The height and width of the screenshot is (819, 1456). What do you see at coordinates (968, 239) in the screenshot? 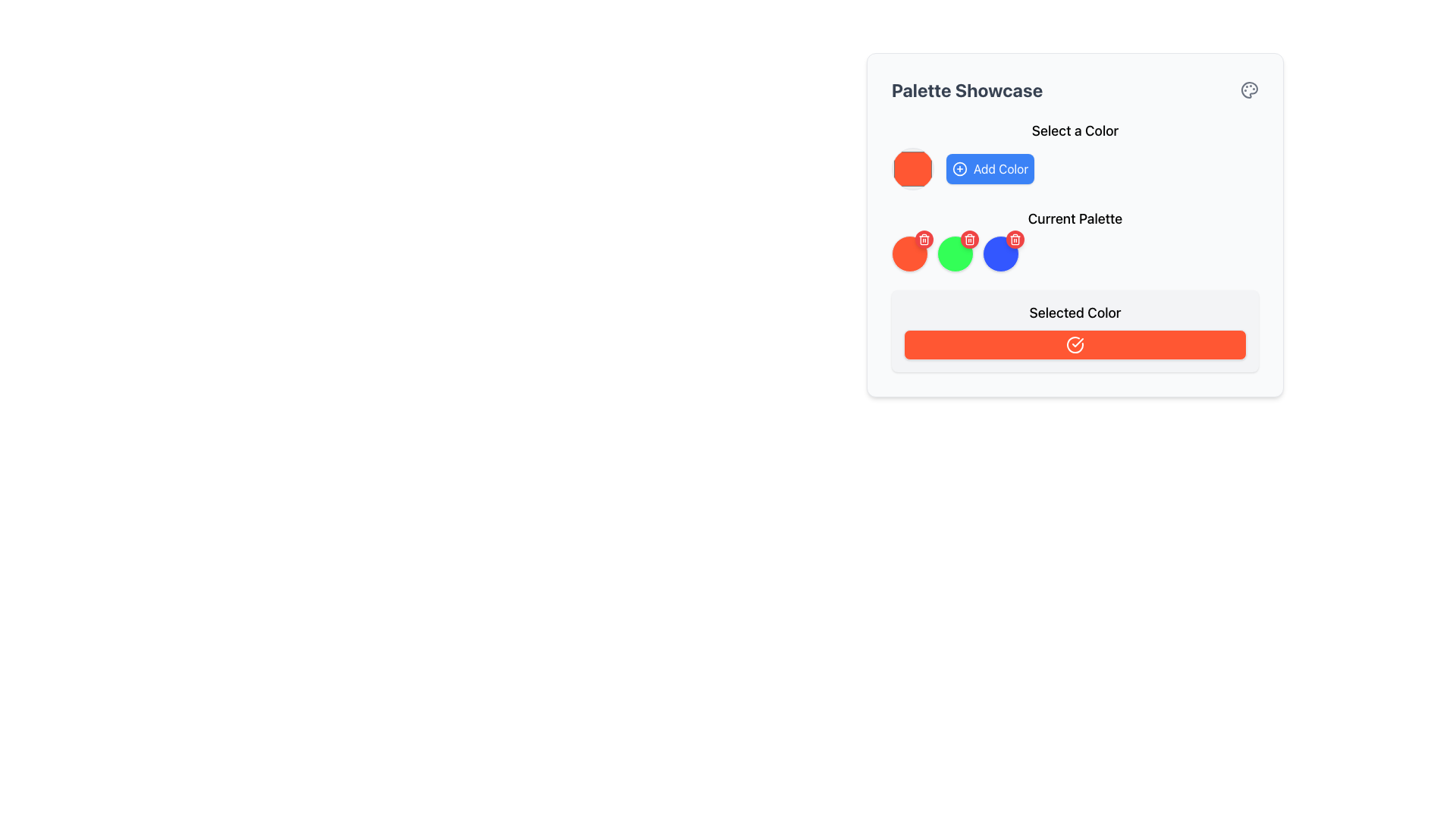
I see `the vertical rectangle component of the trash bin icon located in the upper right corner of the 'Current Palette' section` at bounding box center [968, 239].